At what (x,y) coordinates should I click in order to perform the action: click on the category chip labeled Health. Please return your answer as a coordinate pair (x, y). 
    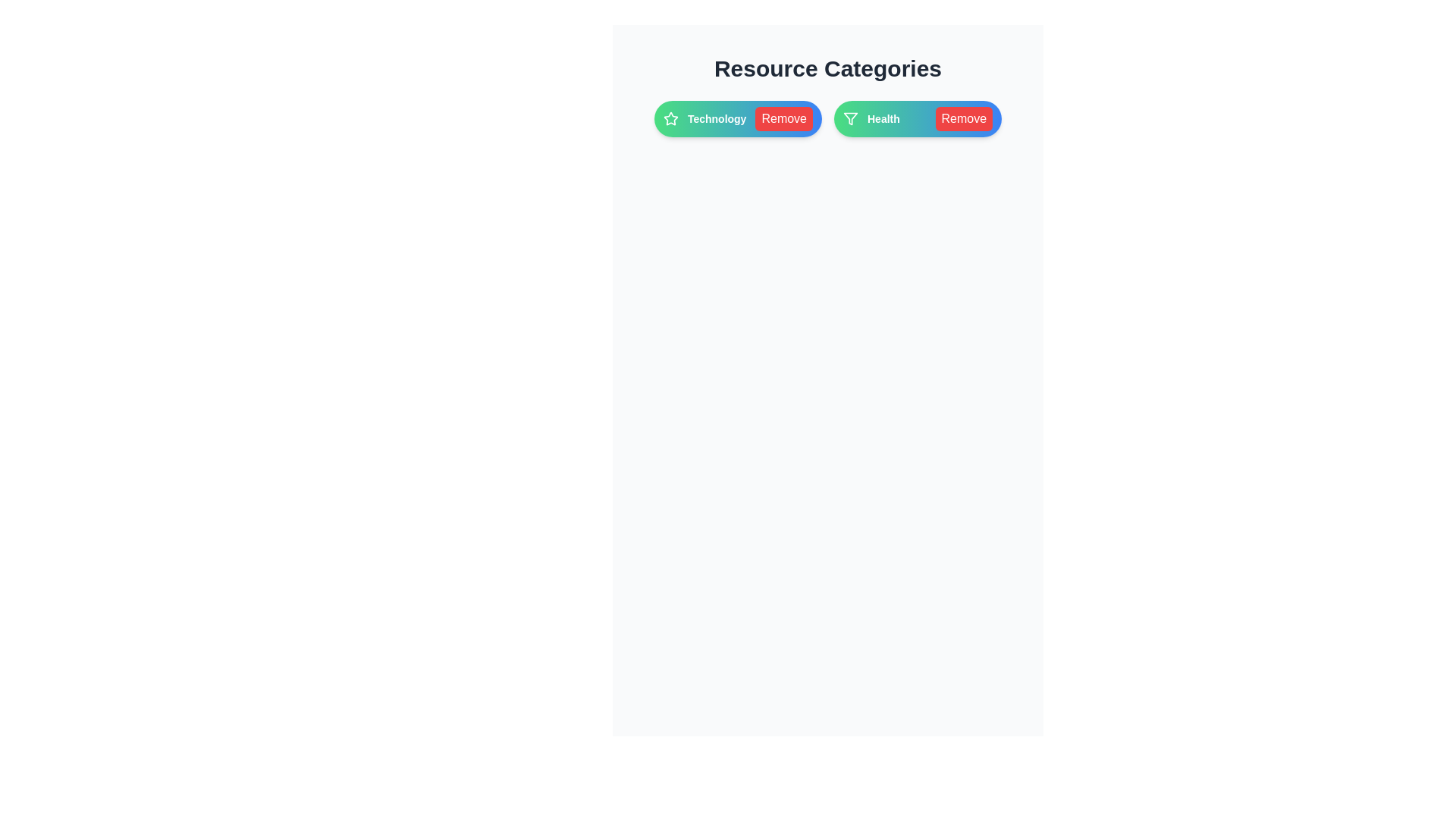
    Looking at the image, I should click on (917, 118).